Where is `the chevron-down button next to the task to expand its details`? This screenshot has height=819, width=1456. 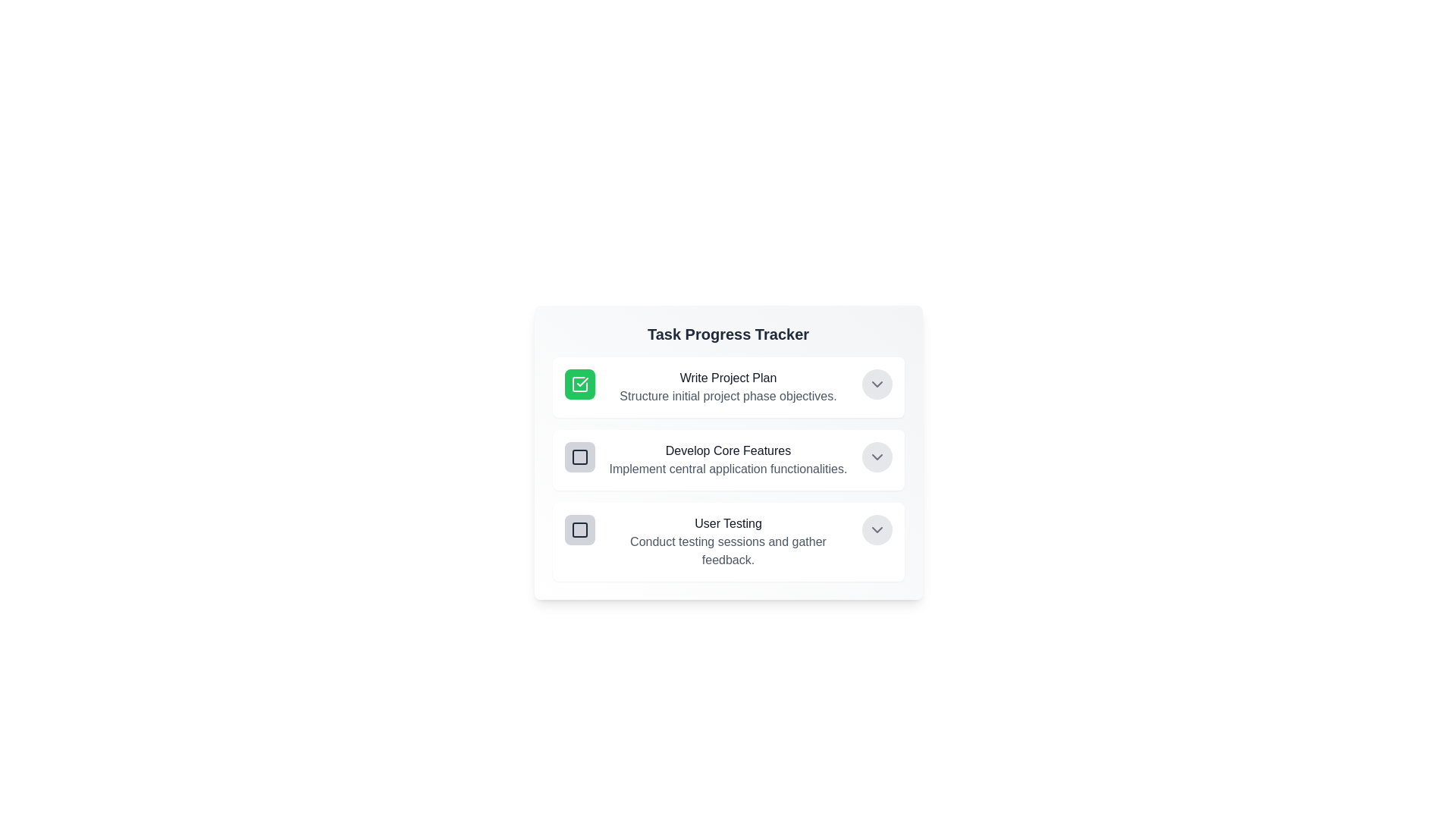
the chevron-down button next to the task to expand its details is located at coordinates (877, 383).